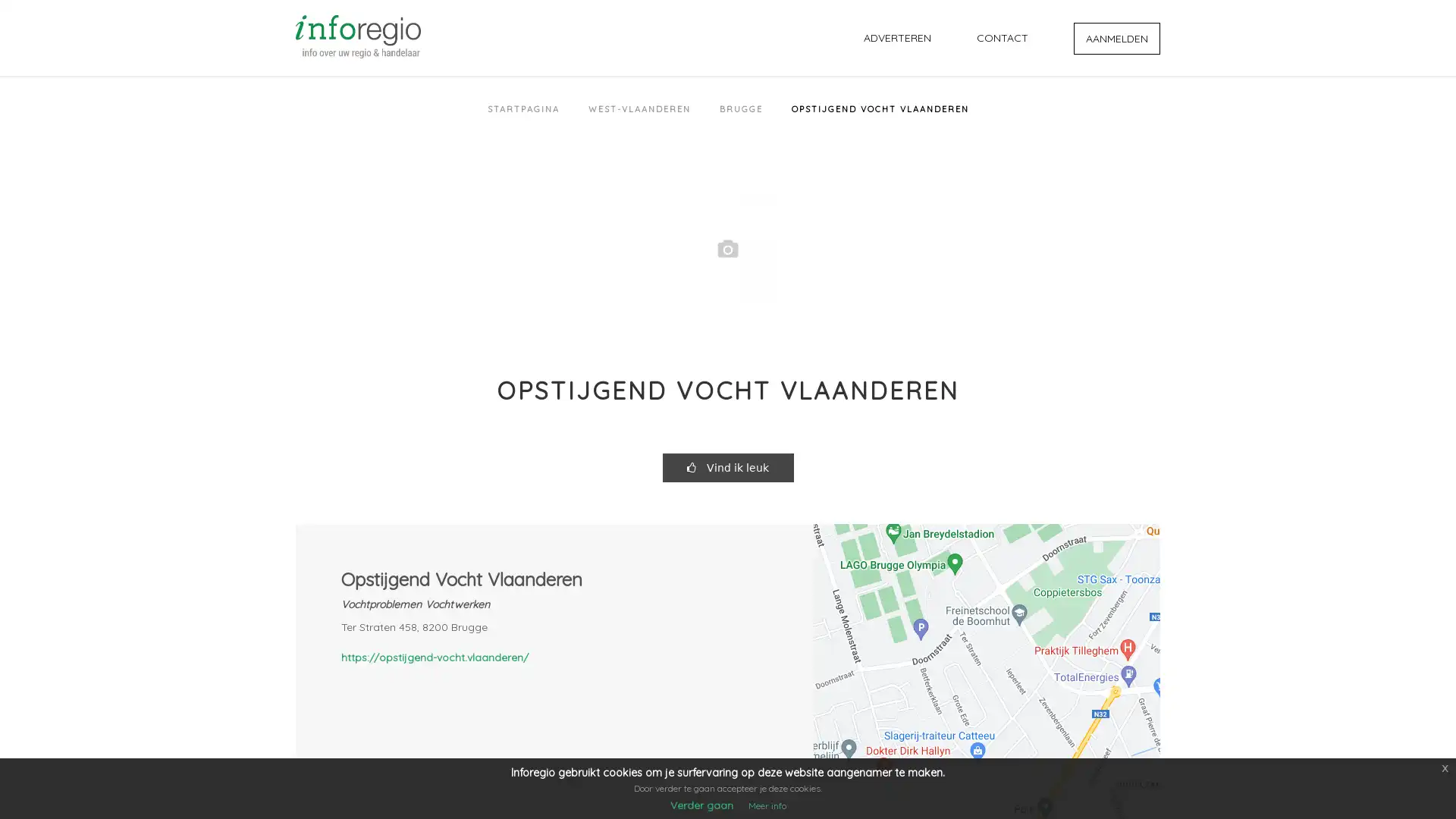 Image resolution: width=1456 pixels, height=819 pixels. I want to click on Toggle fullscreen view, so click(1137, 546).